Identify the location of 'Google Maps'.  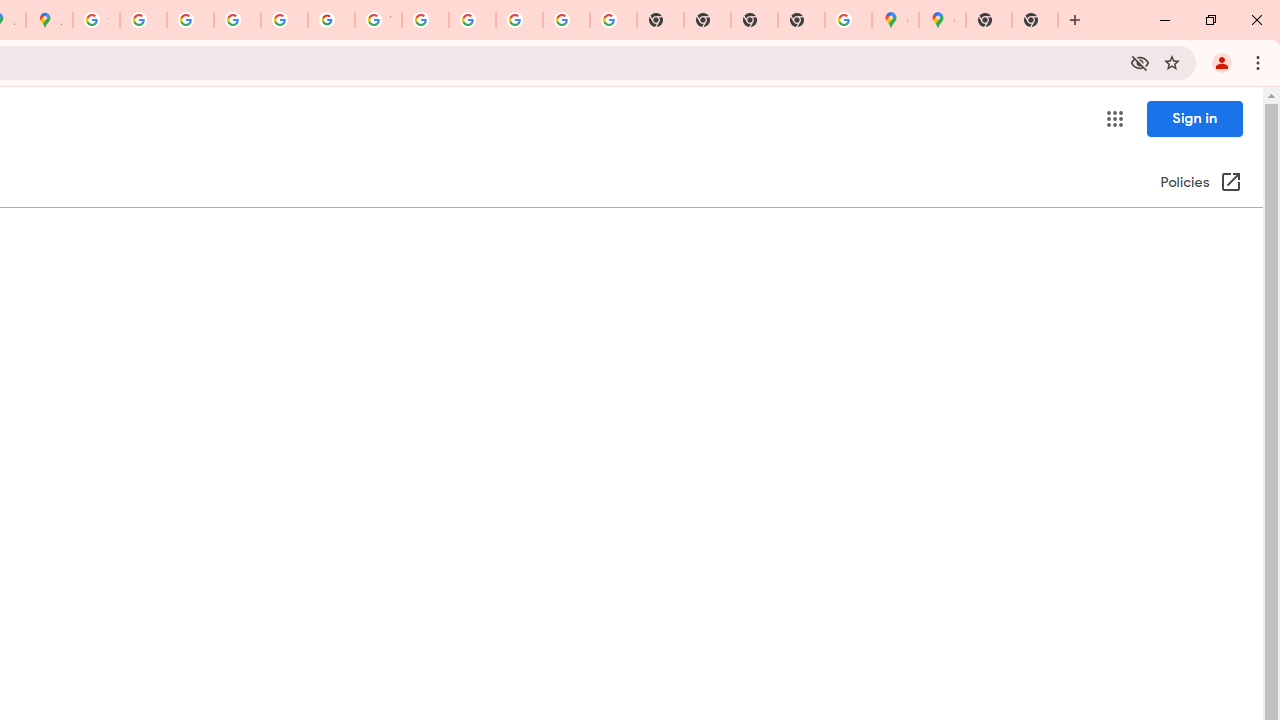
(941, 20).